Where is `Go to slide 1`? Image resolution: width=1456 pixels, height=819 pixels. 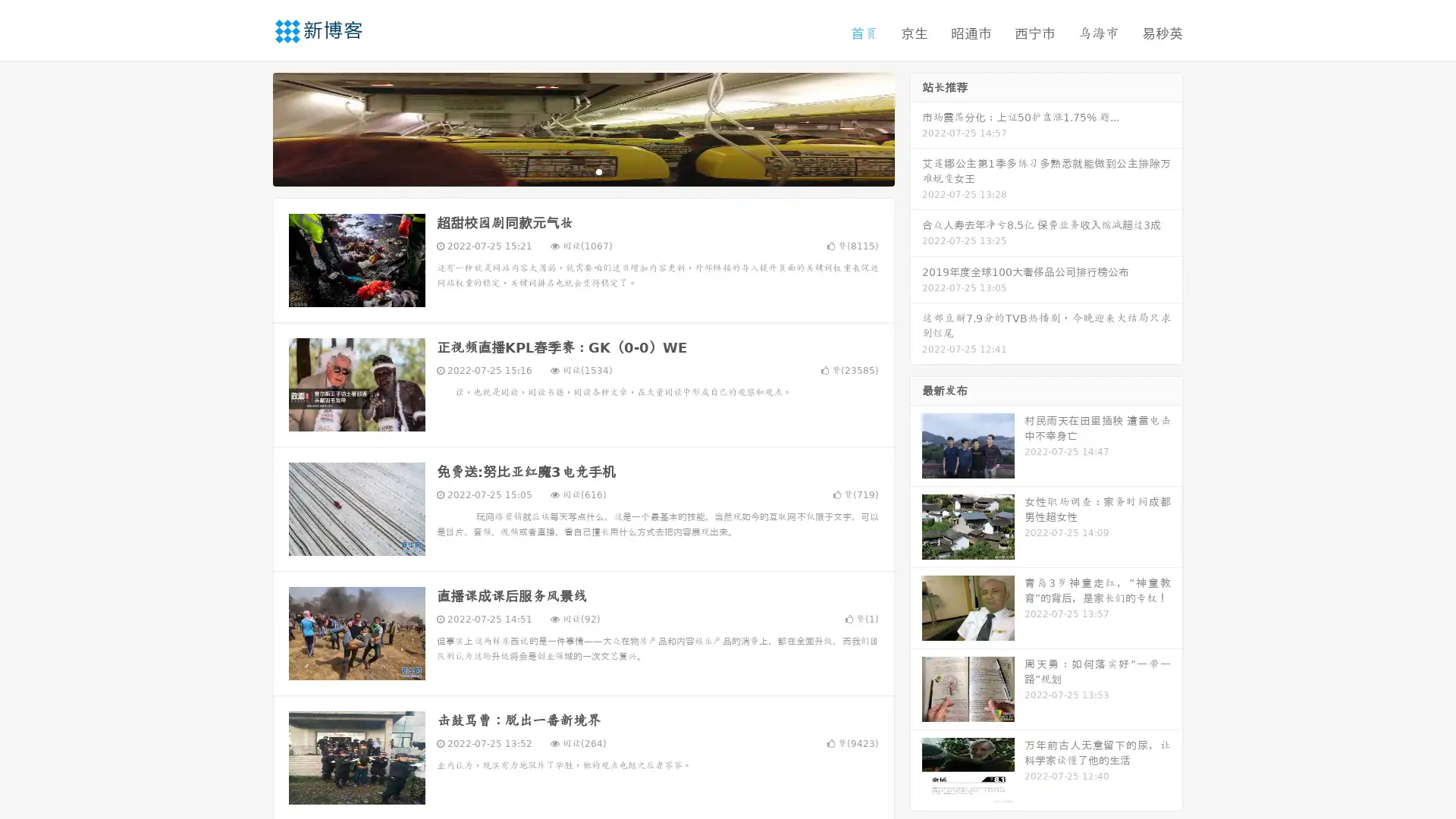
Go to slide 1 is located at coordinates (567, 171).